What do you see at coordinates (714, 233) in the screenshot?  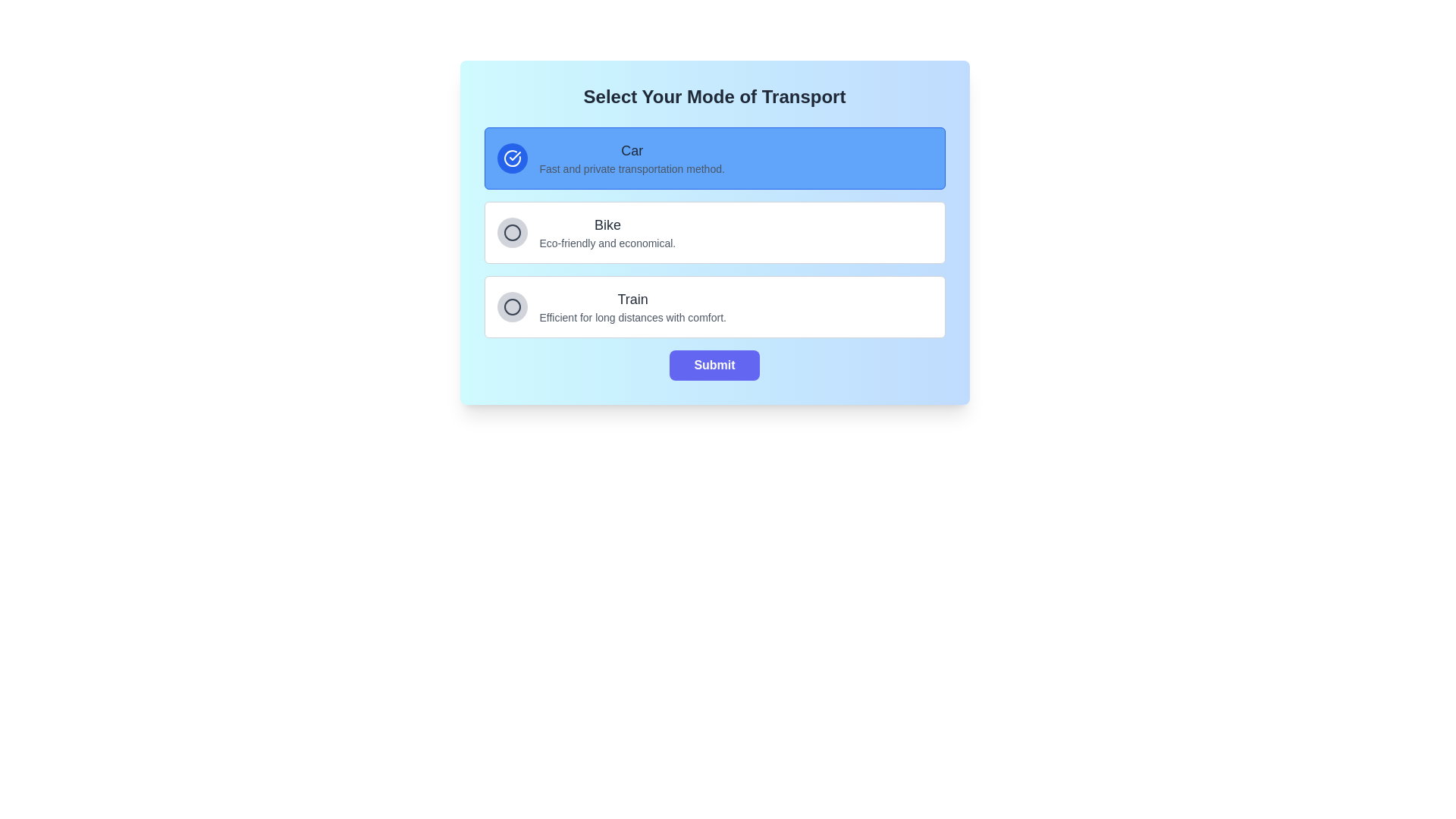 I see `the radio button group labeled 'Select Your Mode of Transport'` at bounding box center [714, 233].